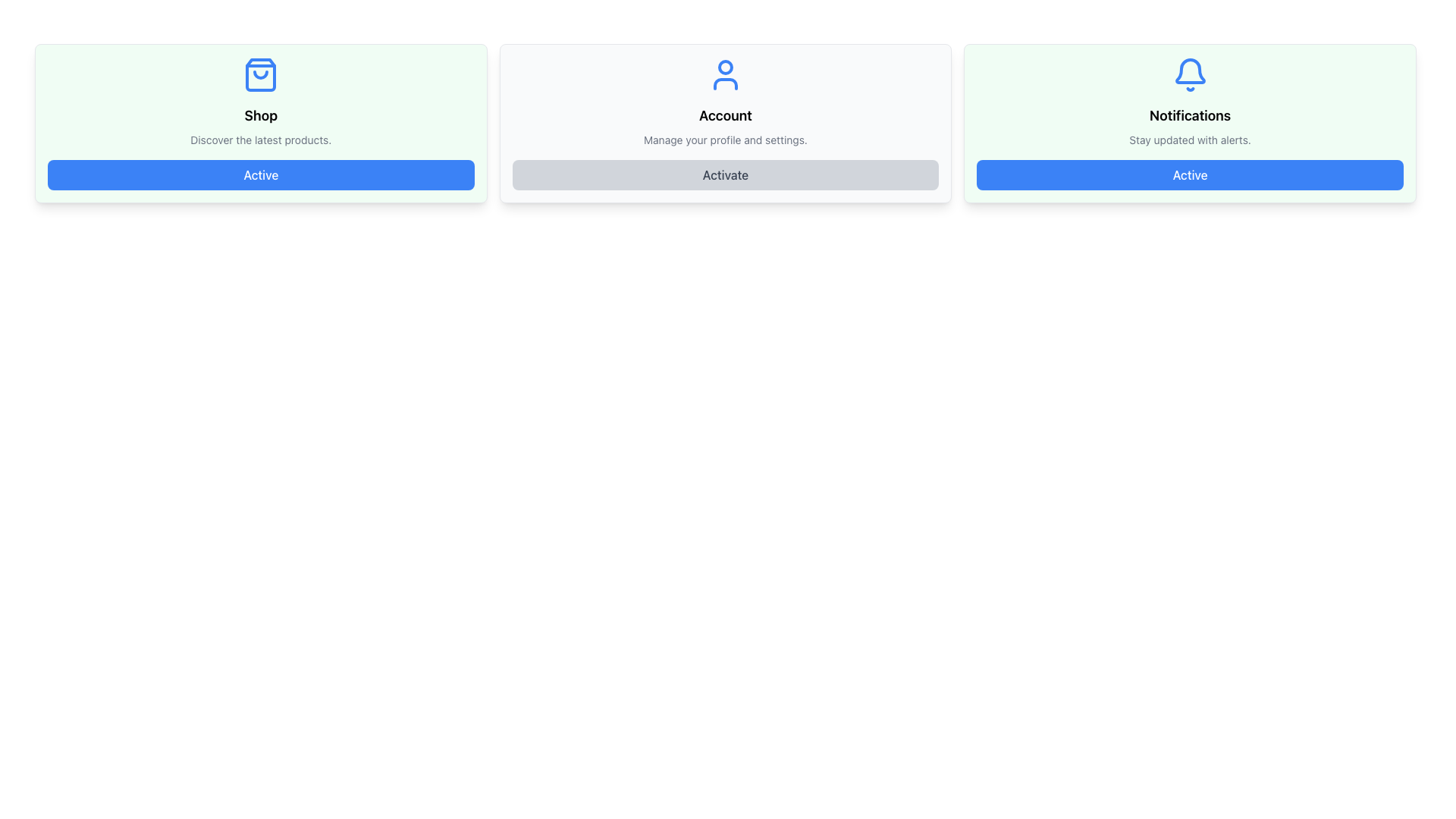 The height and width of the screenshot is (819, 1456). What do you see at coordinates (1189, 174) in the screenshot?
I see `the blue button labeled 'Active' located at the bottom center of the 'Notifications' card` at bounding box center [1189, 174].